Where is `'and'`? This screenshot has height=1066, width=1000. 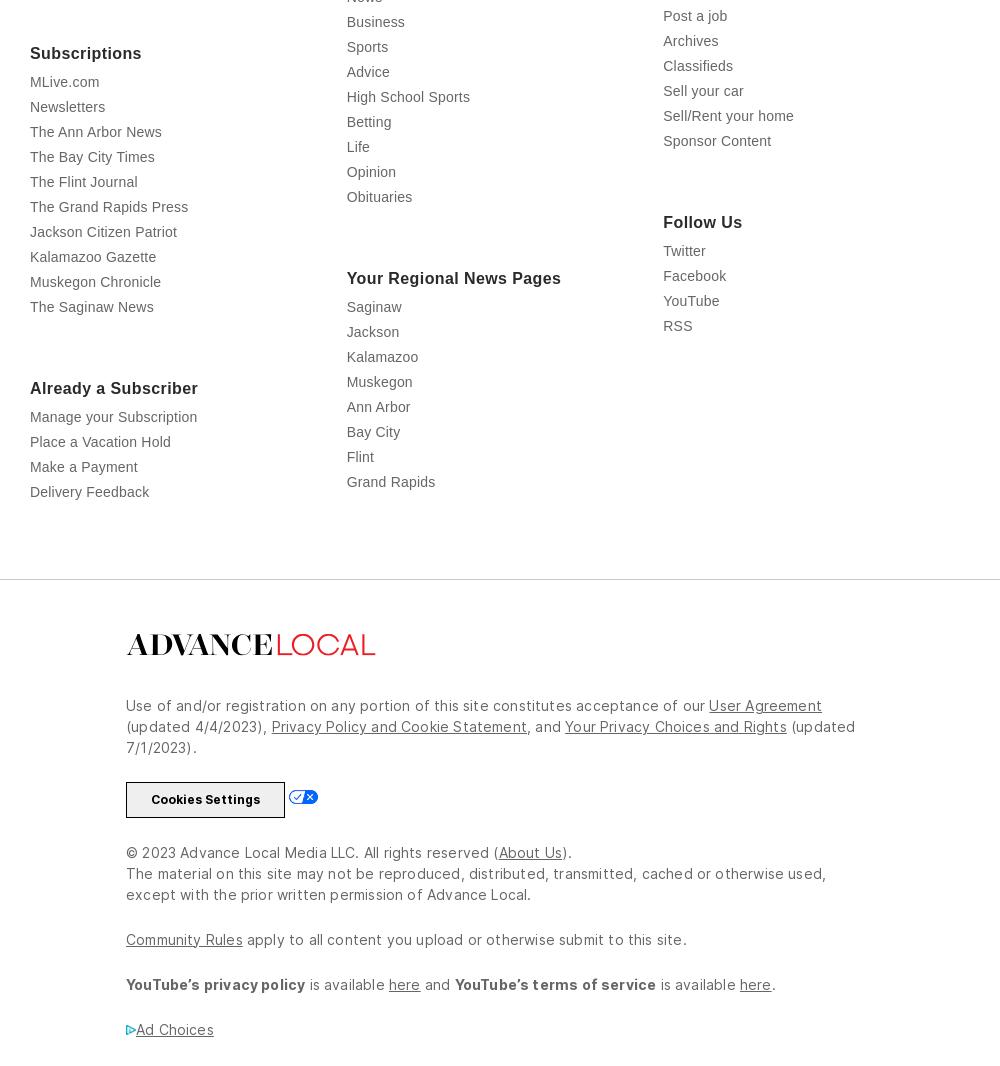
'and' is located at coordinates (550, 814).